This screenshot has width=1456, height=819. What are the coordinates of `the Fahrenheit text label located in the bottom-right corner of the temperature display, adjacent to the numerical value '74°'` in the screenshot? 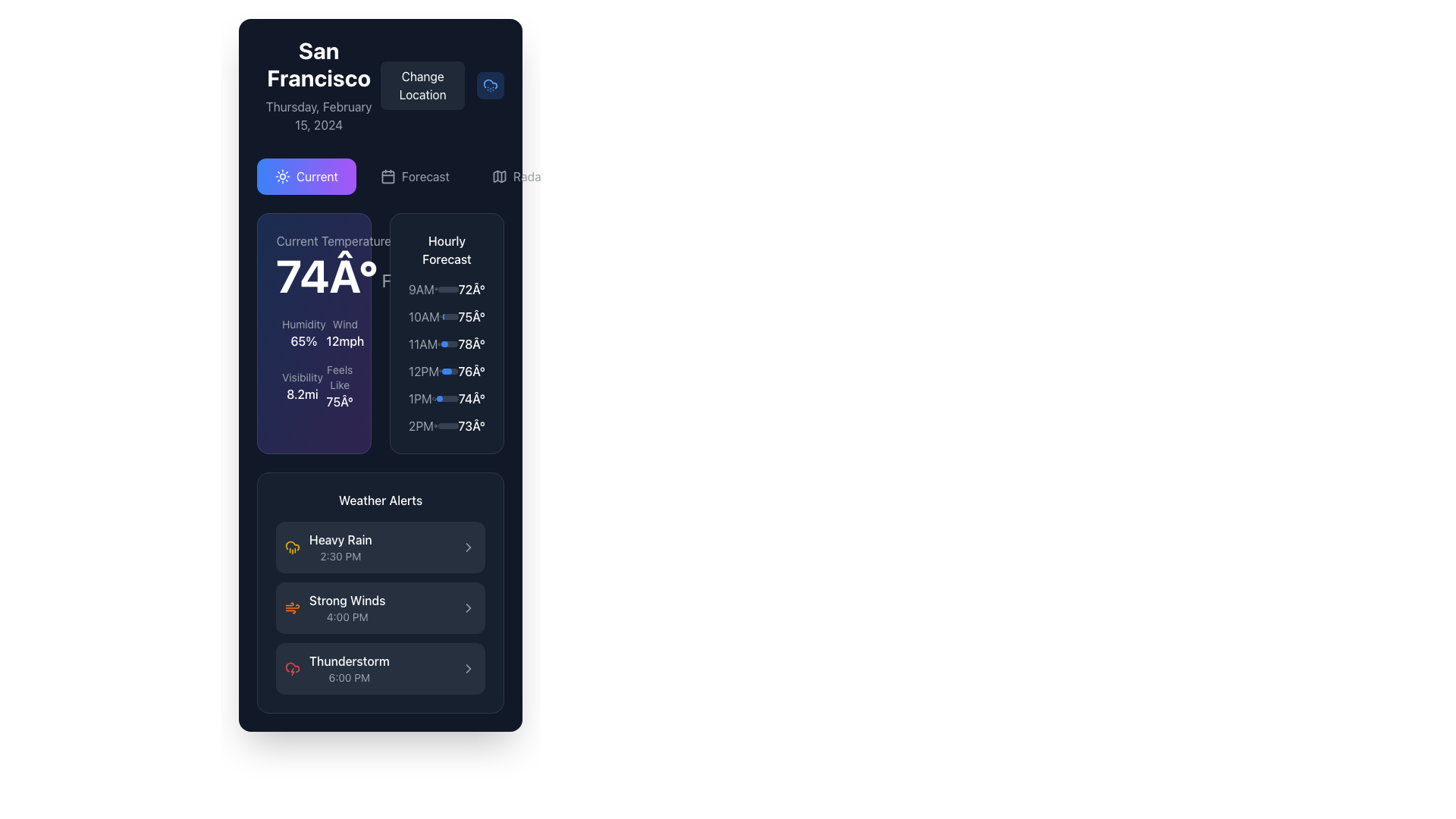 It's located at (387, 281).